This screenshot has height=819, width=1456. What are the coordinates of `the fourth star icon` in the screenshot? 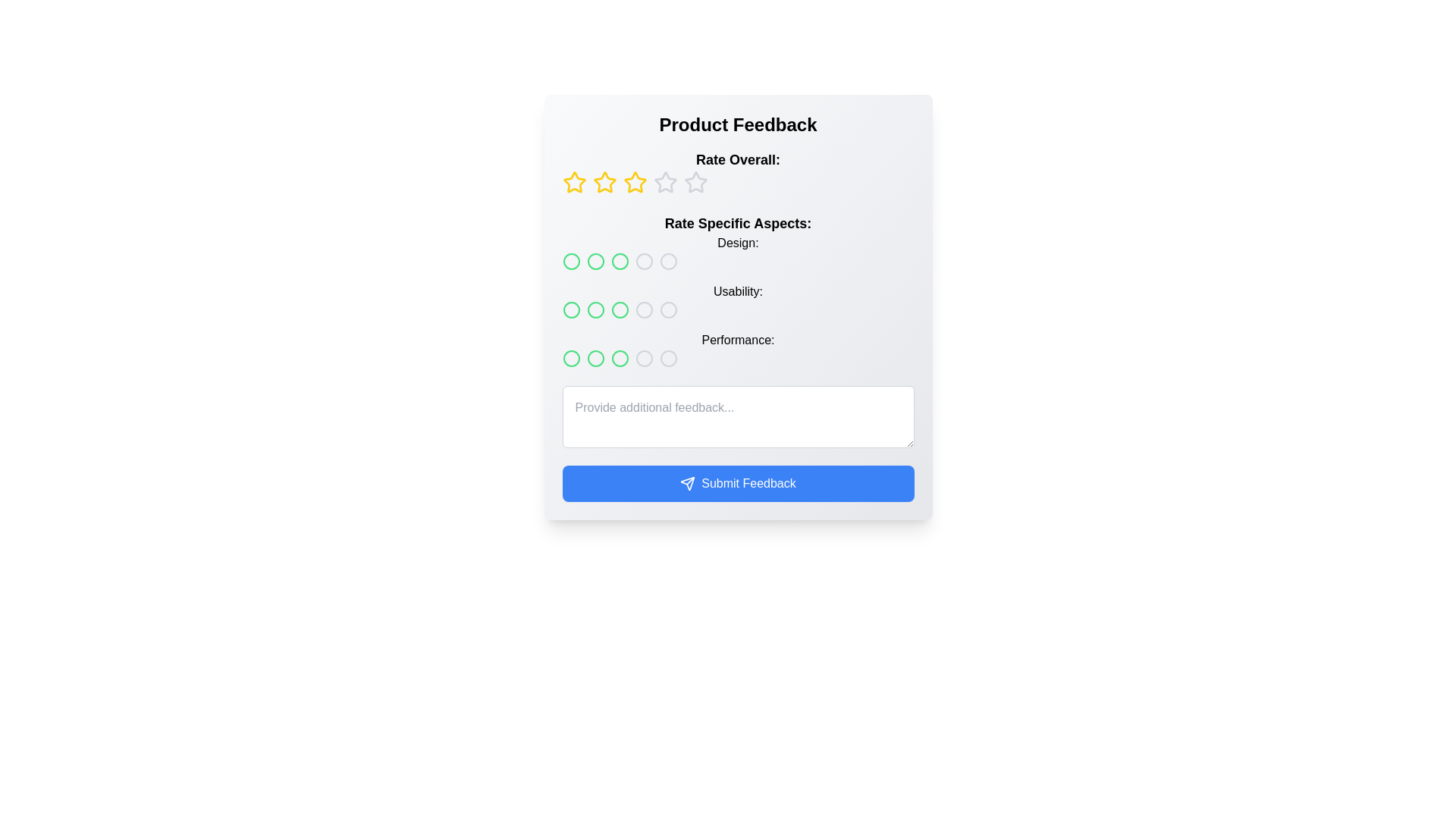 It's located at (635, 181).